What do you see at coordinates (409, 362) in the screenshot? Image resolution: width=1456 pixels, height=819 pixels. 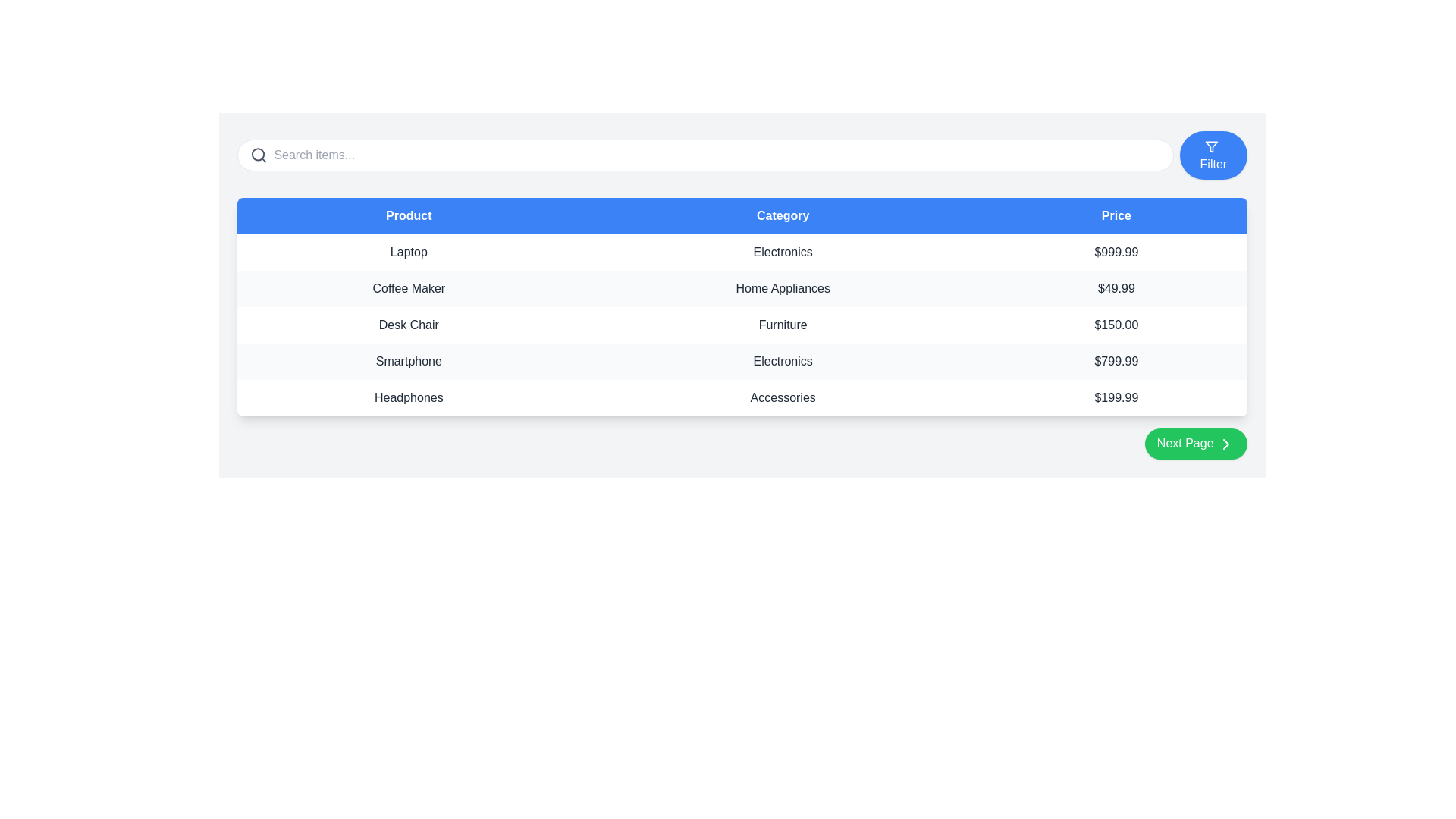 I see `the static text label element displaying 'Smartphone', which is located in the third row under the 'Product' column of the table` at bounding box center [409, 362].